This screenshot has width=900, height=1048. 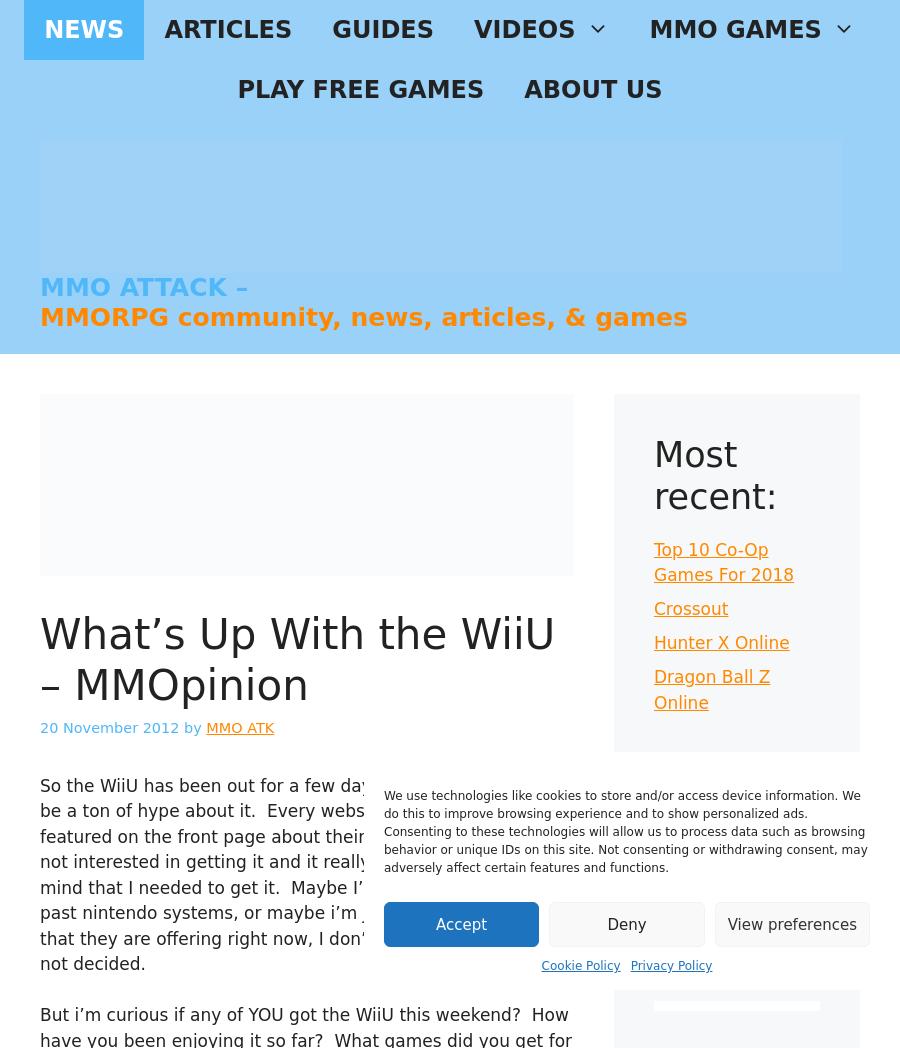 I want to click on '20 November 2012', so click(x=108, y=727).